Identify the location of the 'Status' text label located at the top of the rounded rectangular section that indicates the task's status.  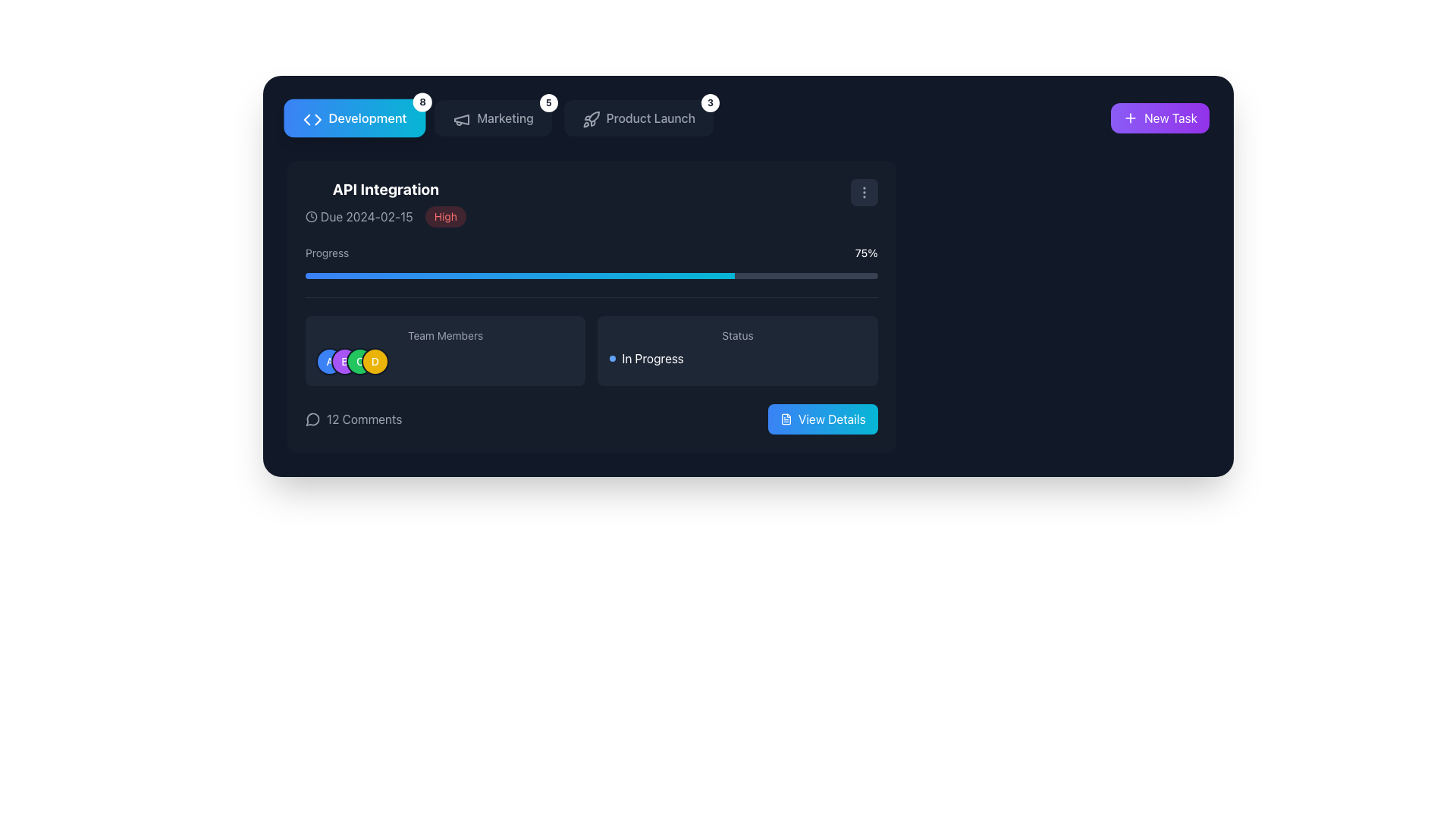
(738, 335).